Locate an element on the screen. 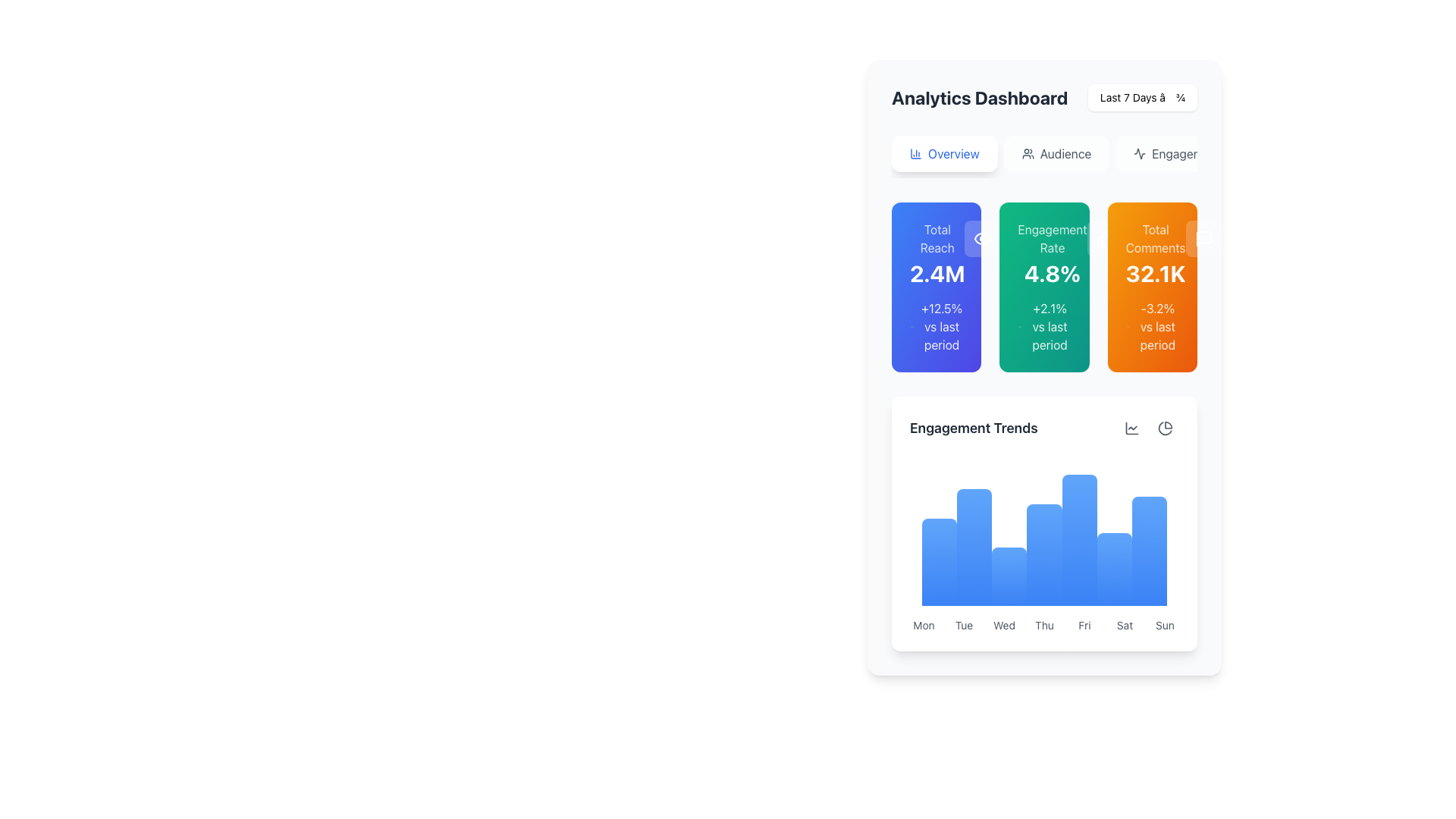  the 'Engagement' button, which is styled with a heartbeat icon and is the third button in the navigation row under 'Analytics Dashboard' is located at coordinates (1176, 154).